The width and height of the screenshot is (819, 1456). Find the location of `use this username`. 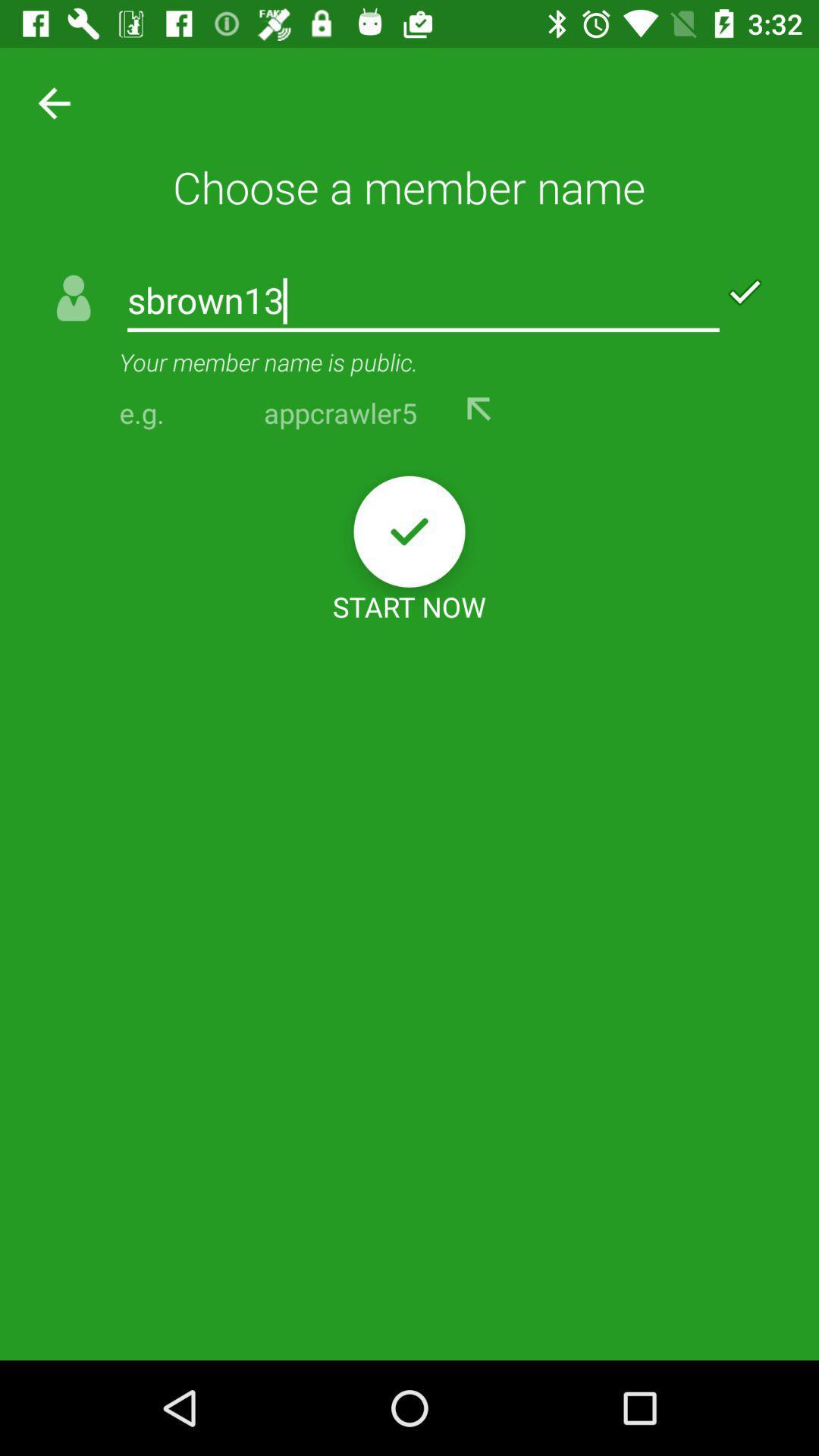

use this username is located at coordinates (479, 409).